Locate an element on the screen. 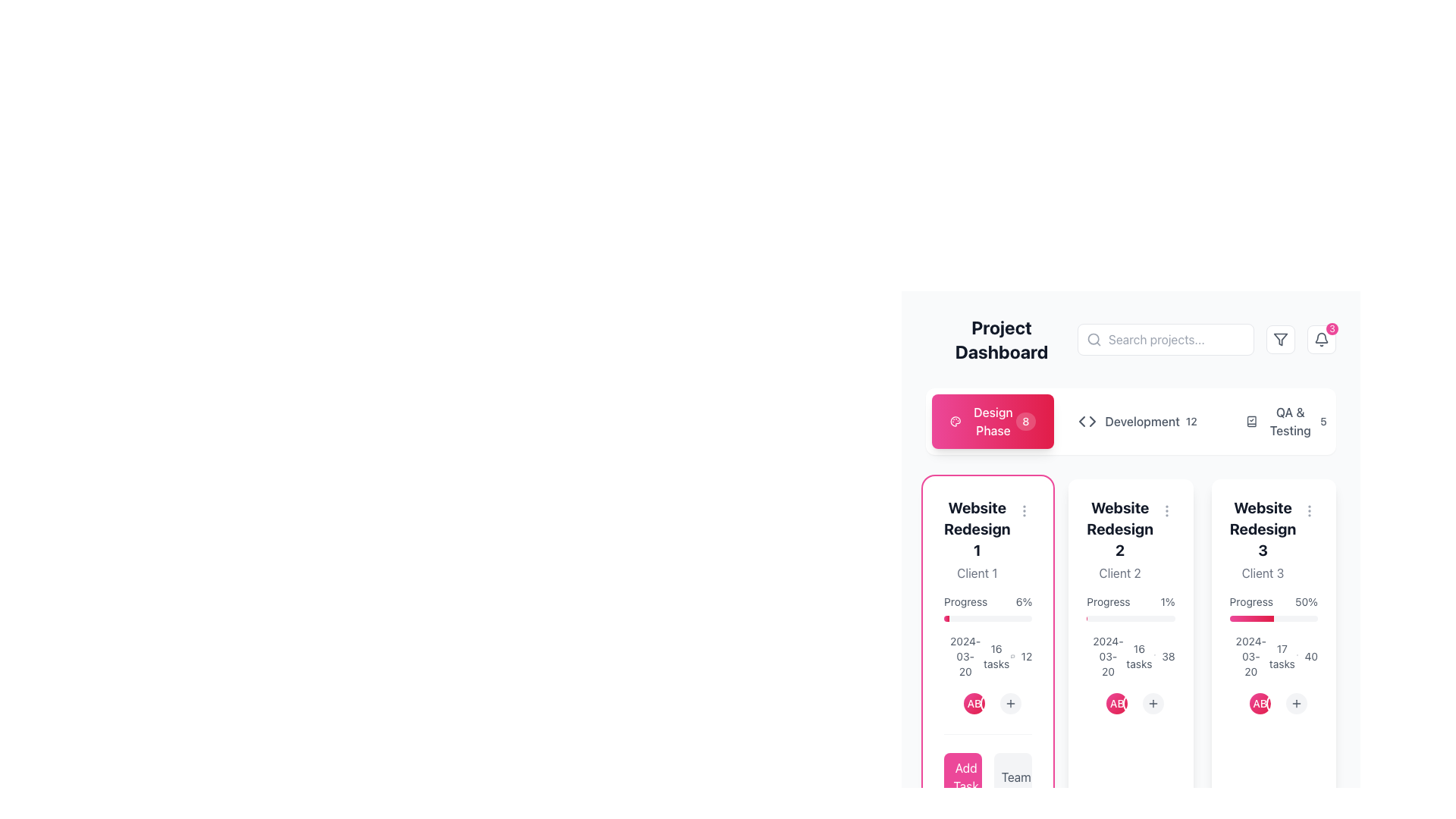 The height and width of the screenshot is (819, 1456). the filter button located in the top-right corner of the interface, which has a white background, light gray border, and a filter-shaped icon is located at coordinates (1280, 338).